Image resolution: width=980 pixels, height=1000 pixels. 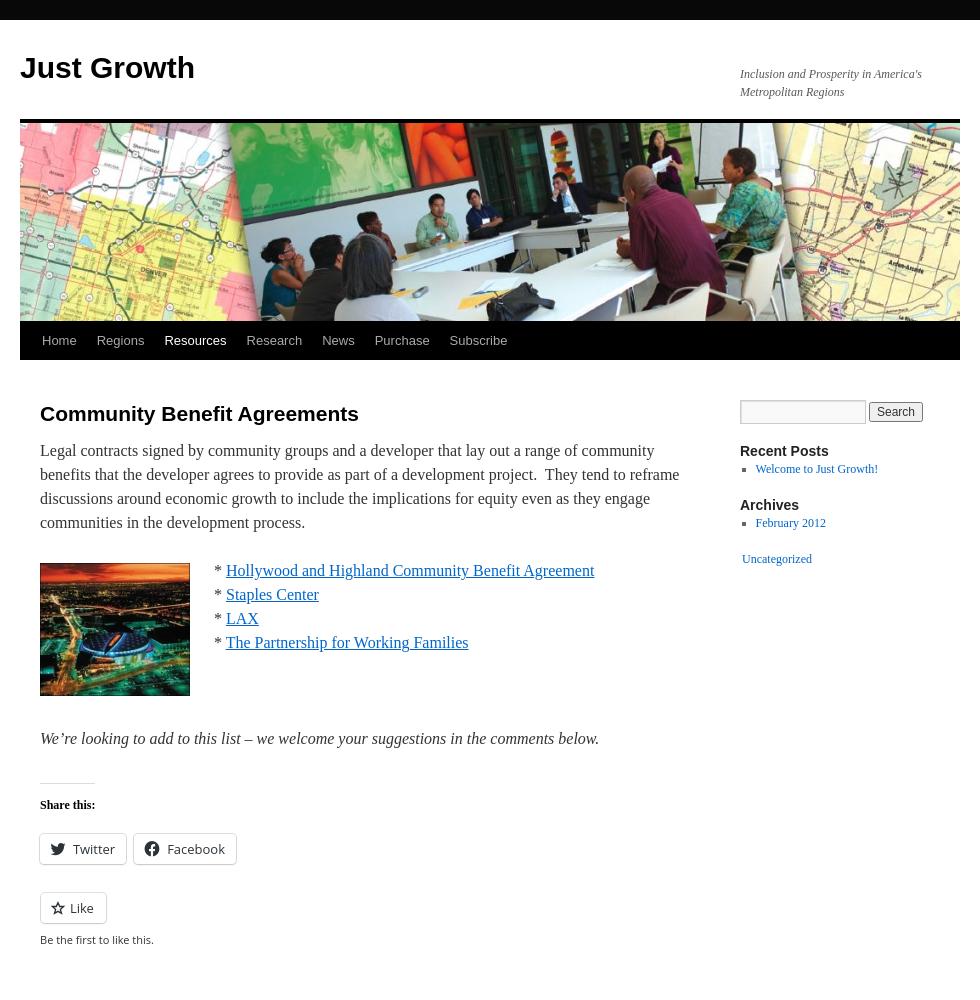 What do you see at coordinates (816, 468) in the screenshot?
I see `'Welcome to Just Growth!'` at bounding box center [816, 468].